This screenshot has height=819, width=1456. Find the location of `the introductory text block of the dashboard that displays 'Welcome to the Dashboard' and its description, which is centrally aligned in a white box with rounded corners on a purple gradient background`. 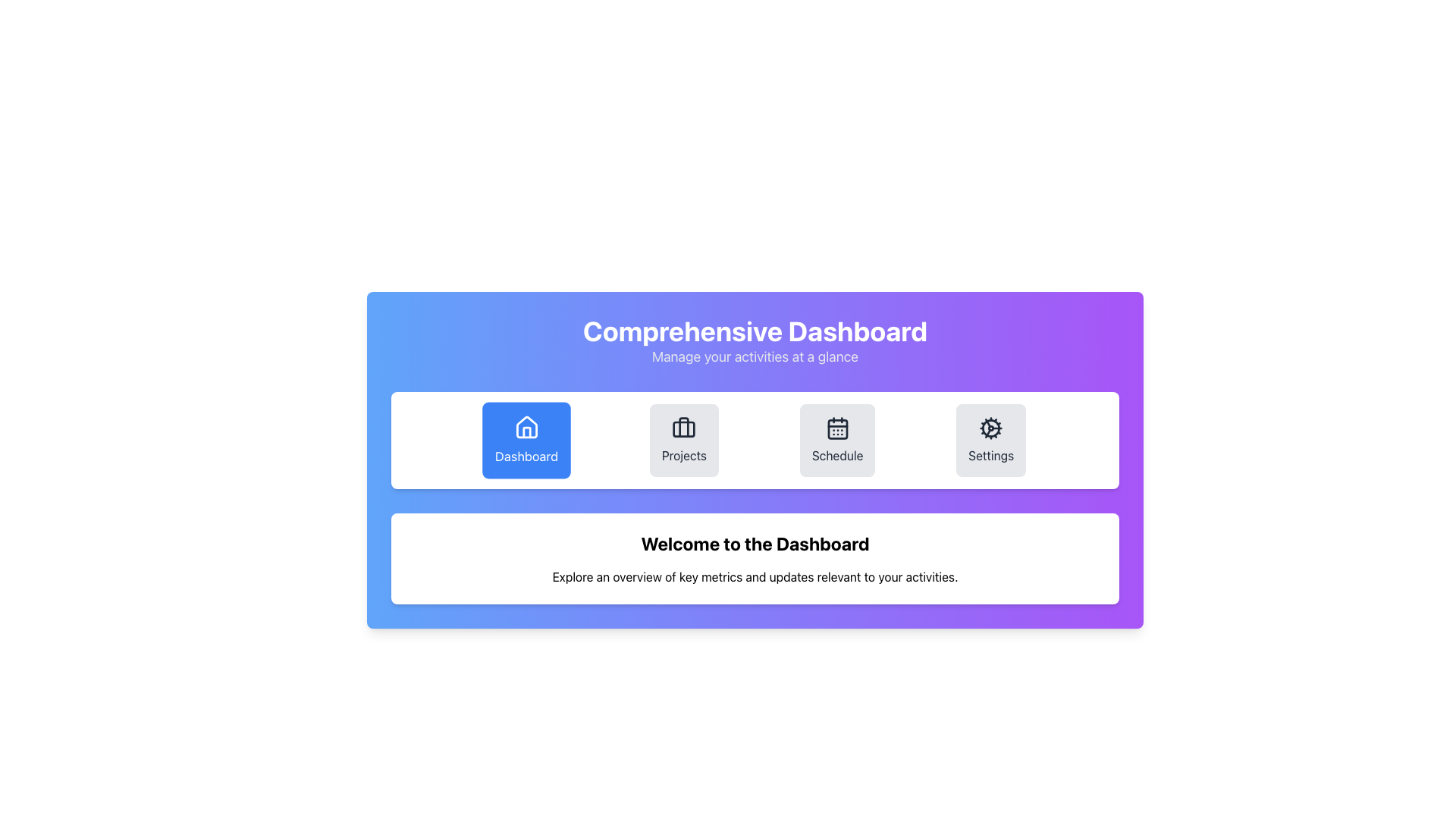

the introductory text block of the dashboard that displays 'Welcome to the Dashboard' and its description, which is centrally aligned in a white box with rounded corners on a purple gradient background is located at coordinates (755, 558).